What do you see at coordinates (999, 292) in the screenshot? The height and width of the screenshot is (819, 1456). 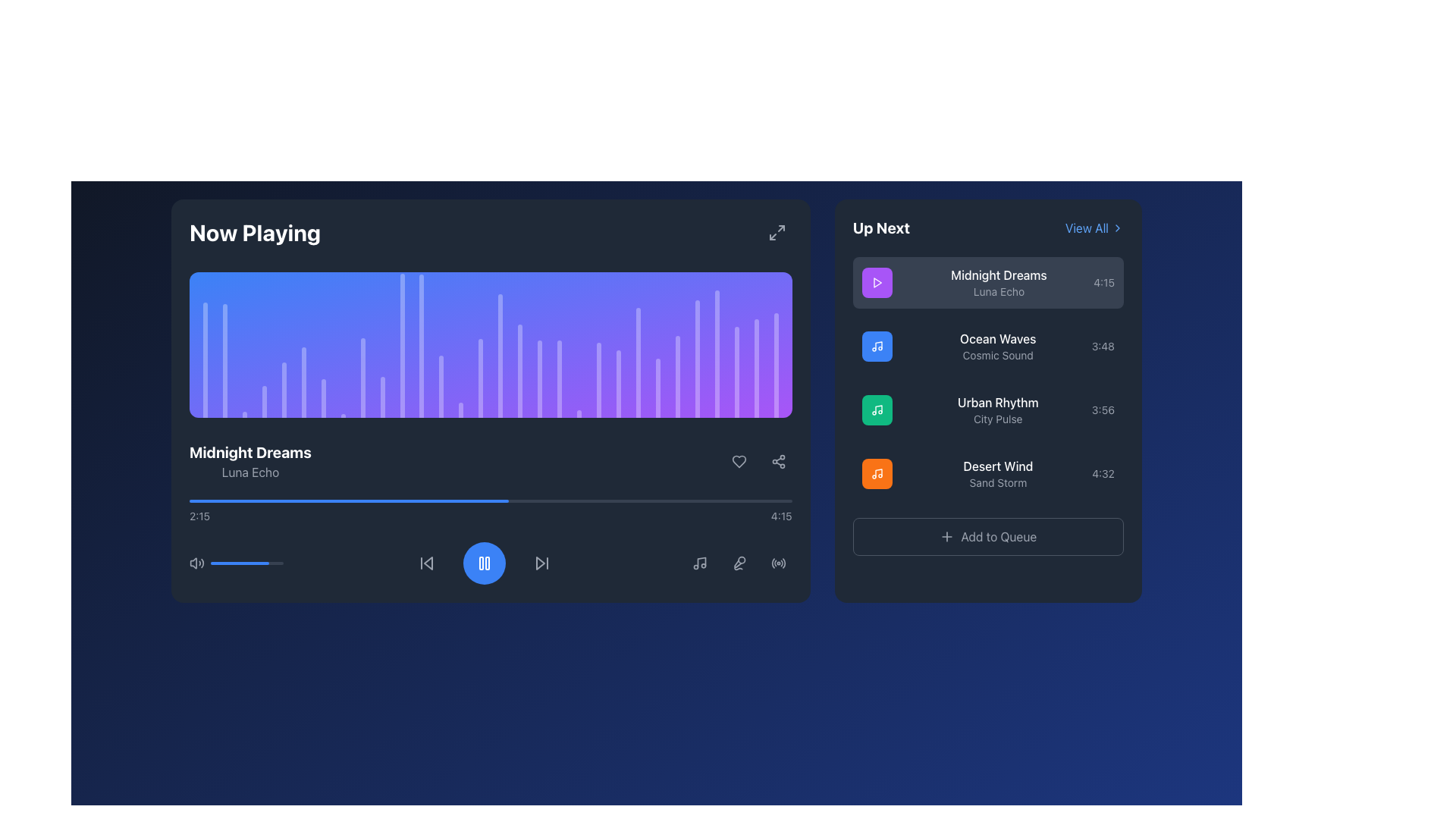 I see `the text label that describes additional information about 'Midnight Dreams', located below its title in the 'Up Next' list` at bounding box center [999, 292].